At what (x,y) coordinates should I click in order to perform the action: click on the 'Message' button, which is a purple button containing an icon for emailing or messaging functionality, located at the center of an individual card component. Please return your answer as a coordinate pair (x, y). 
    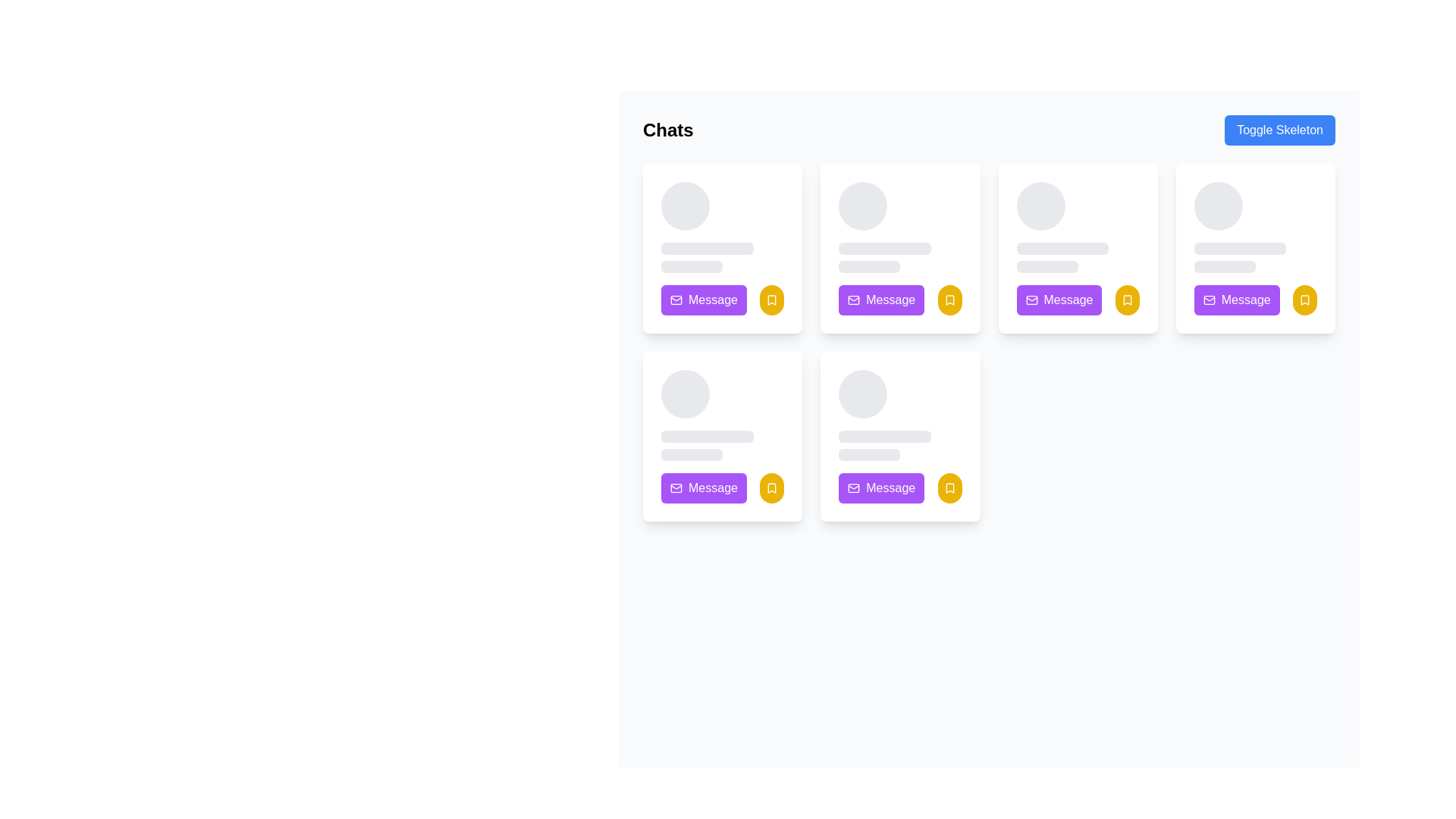
    Looking at the image, I should click on (1031, 300).